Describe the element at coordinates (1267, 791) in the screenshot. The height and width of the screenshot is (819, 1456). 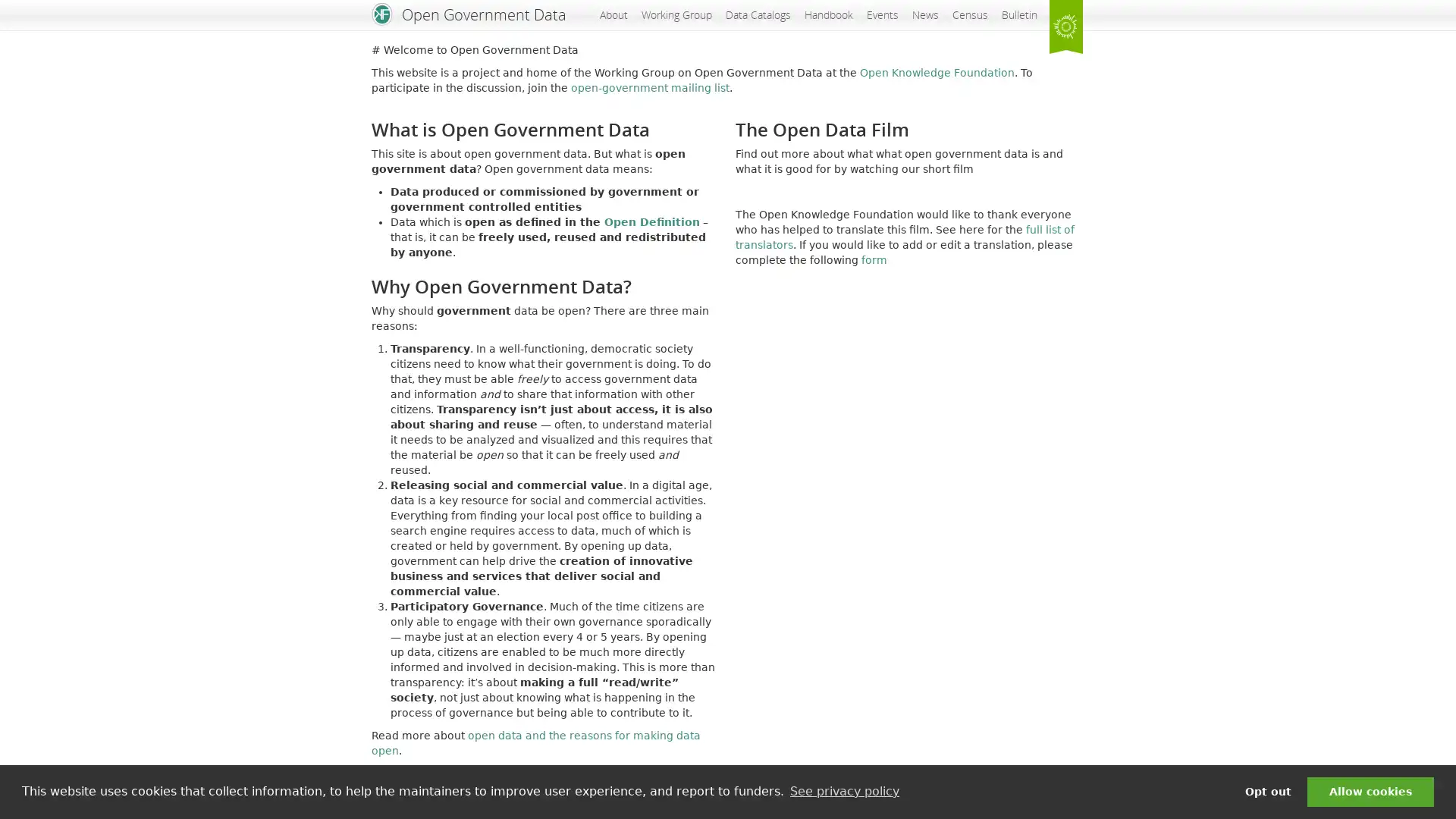
I see `deny cookies` at that location.